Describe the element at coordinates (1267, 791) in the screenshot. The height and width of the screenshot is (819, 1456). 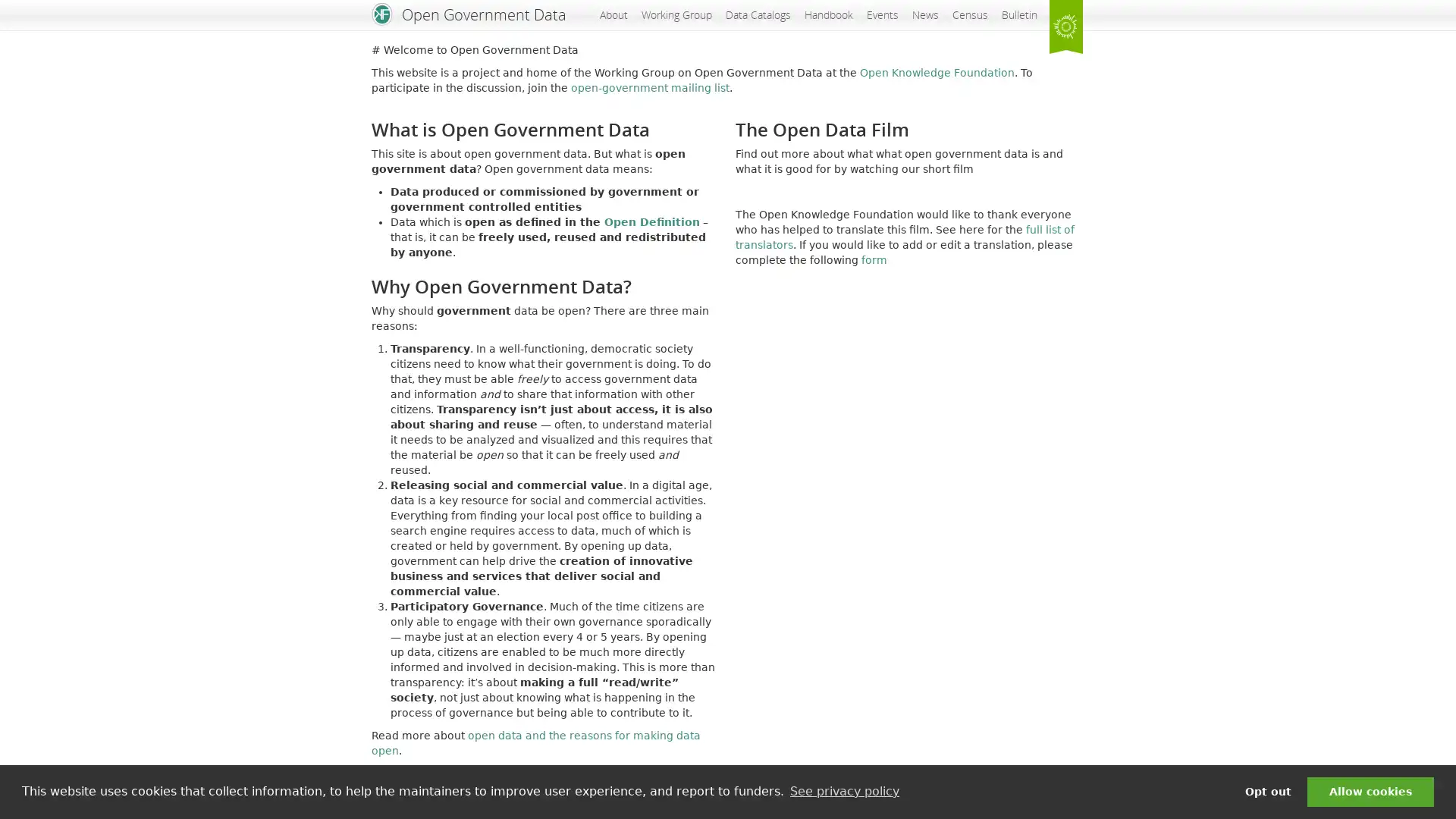
I see `deny cookies` at that location.